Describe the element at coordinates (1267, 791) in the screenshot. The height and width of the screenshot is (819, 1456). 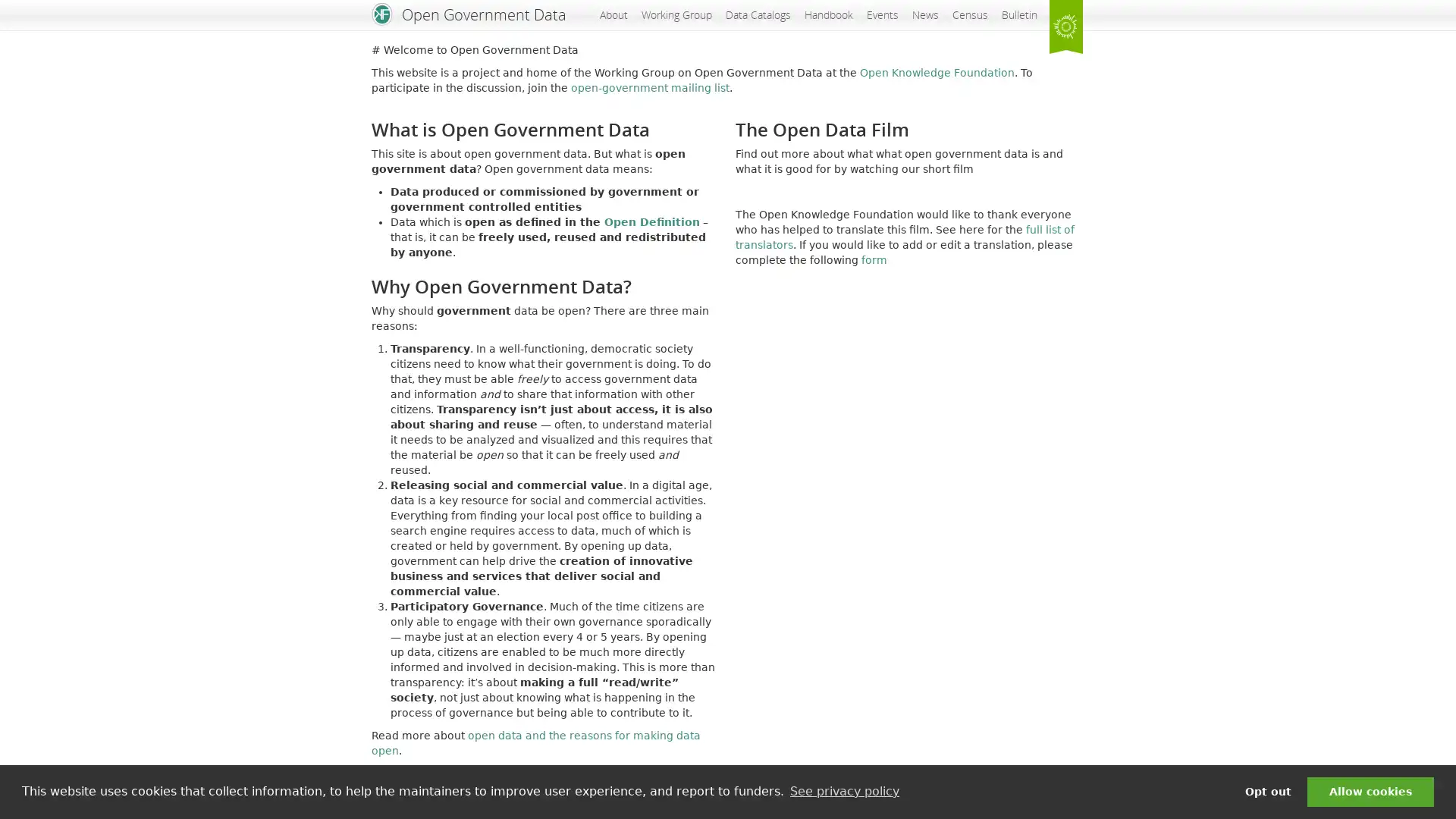
I see `deny cookies` at that location.